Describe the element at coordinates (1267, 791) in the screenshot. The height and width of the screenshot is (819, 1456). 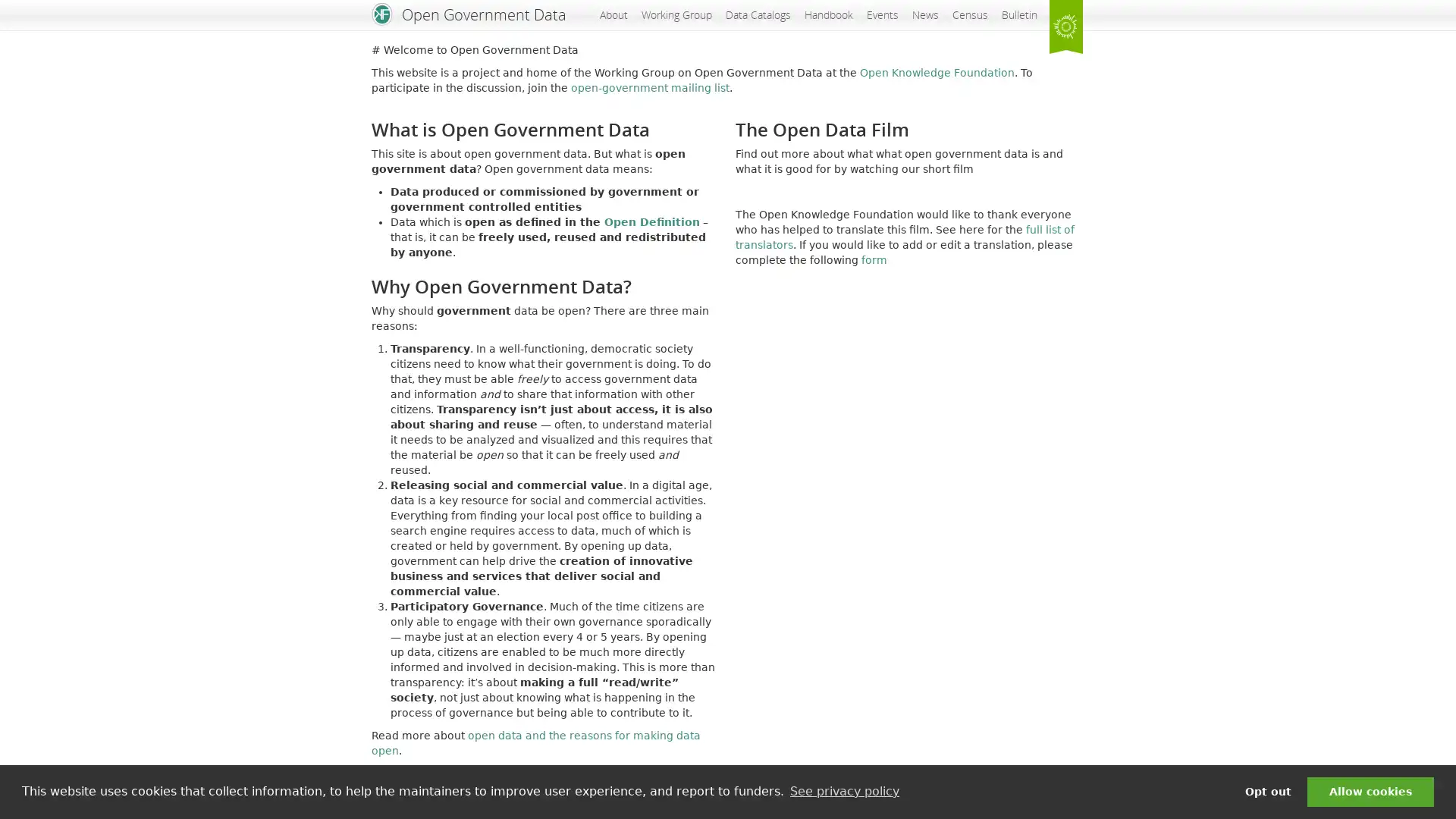
I see `deny cookies` at that location.